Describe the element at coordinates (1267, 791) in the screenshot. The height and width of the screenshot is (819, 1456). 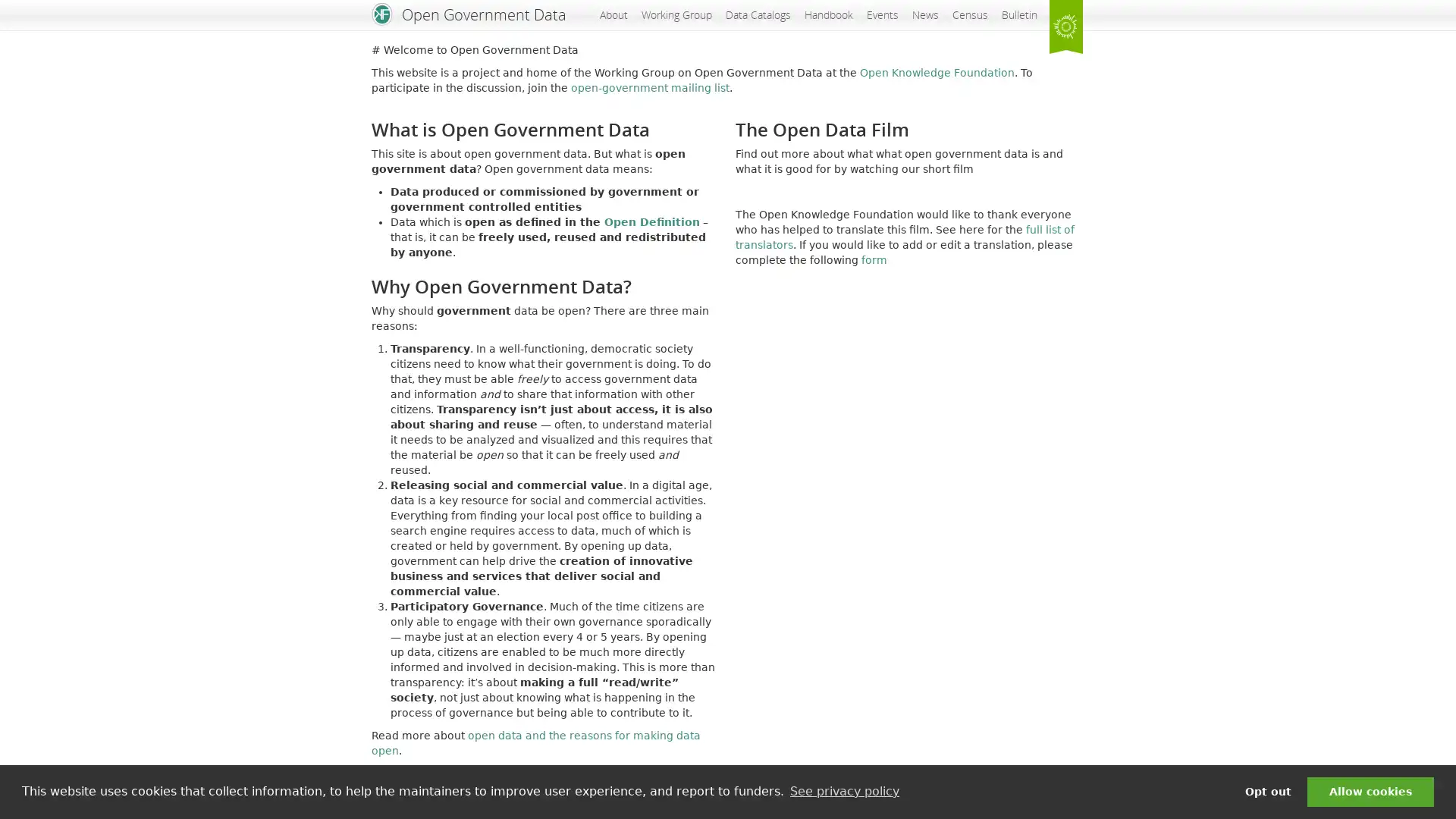
I see `deny cookies` at that location.